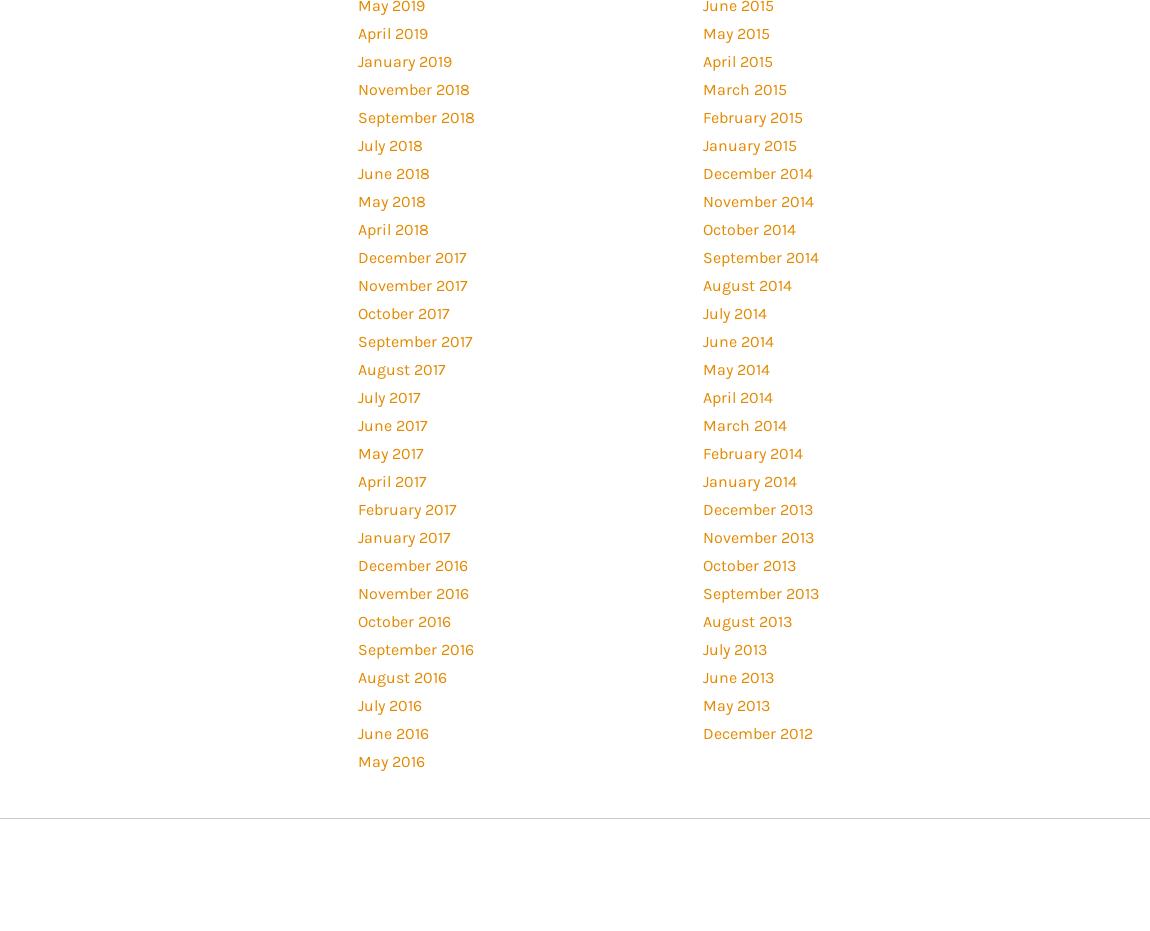 This screenshot has width=1150, height=931. What do you see at coordinates (736, 59) in the screenshot?
I see `'April 2015'` at bounding box center [736, 59].